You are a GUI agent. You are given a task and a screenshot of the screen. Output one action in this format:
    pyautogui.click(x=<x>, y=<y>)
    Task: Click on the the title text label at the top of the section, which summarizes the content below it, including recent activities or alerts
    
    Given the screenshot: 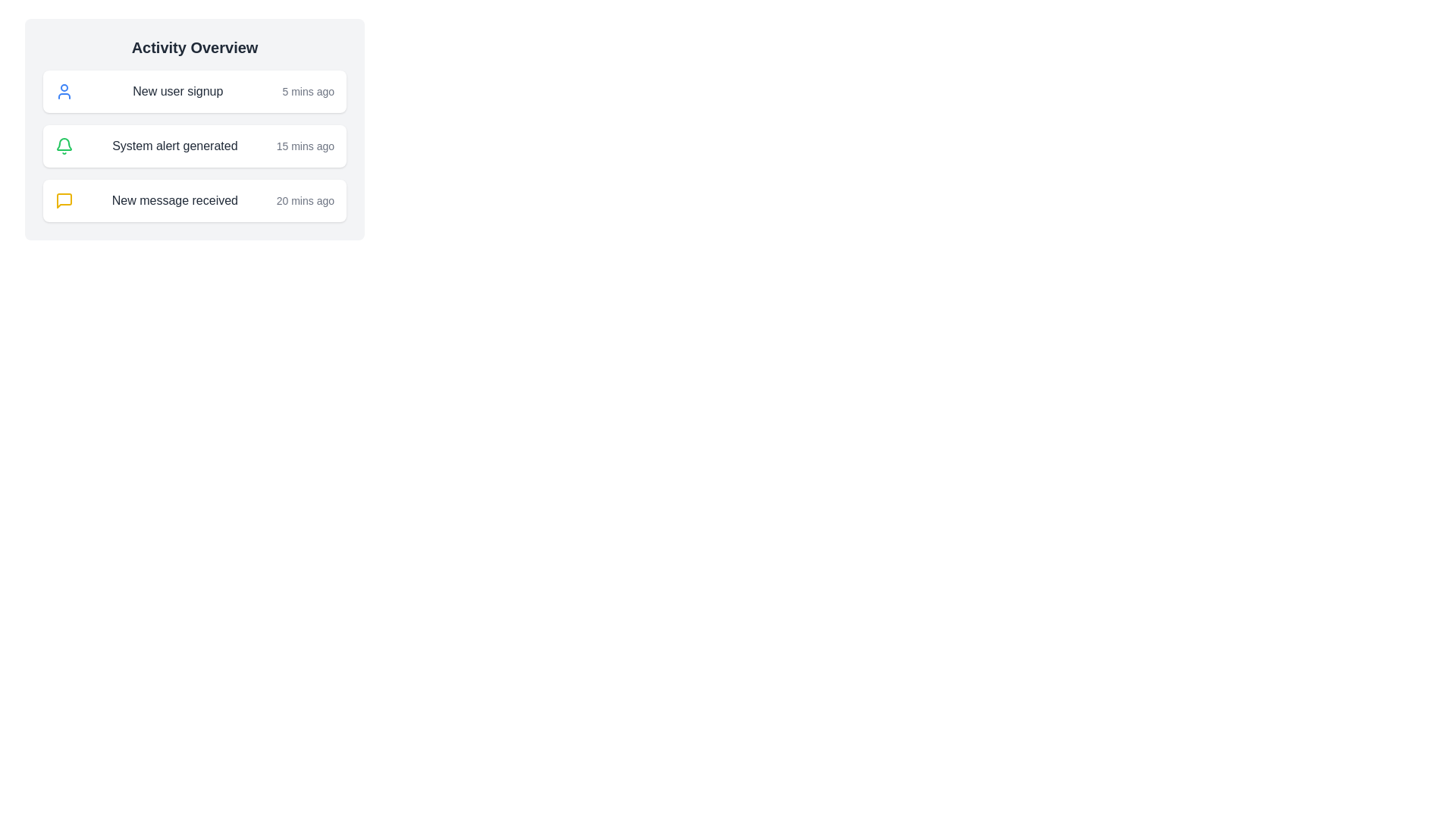 What is the action you would take?
    pyautogui.click(x=194, y=46)
    